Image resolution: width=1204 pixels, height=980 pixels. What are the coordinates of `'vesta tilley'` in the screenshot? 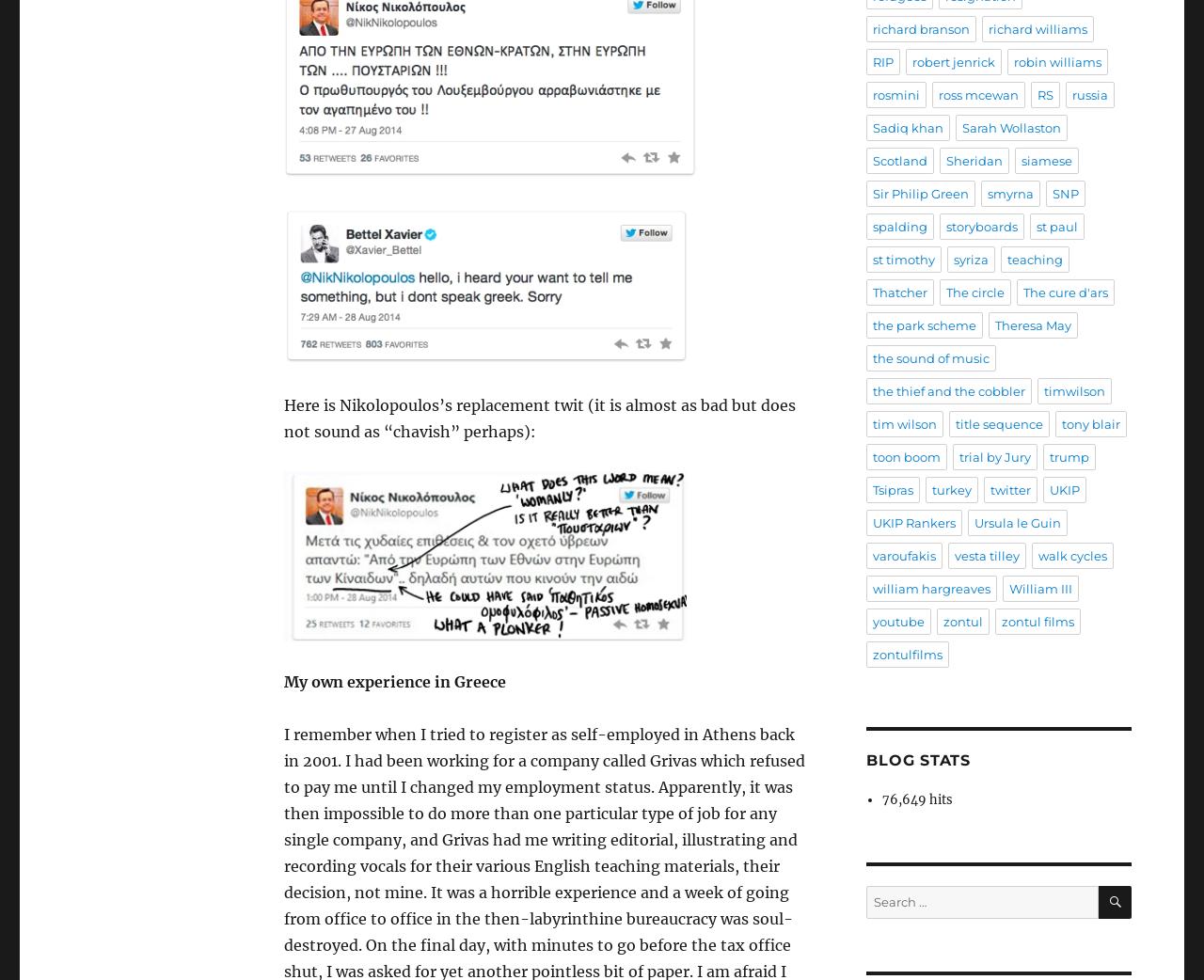 It's located at (986, 555).